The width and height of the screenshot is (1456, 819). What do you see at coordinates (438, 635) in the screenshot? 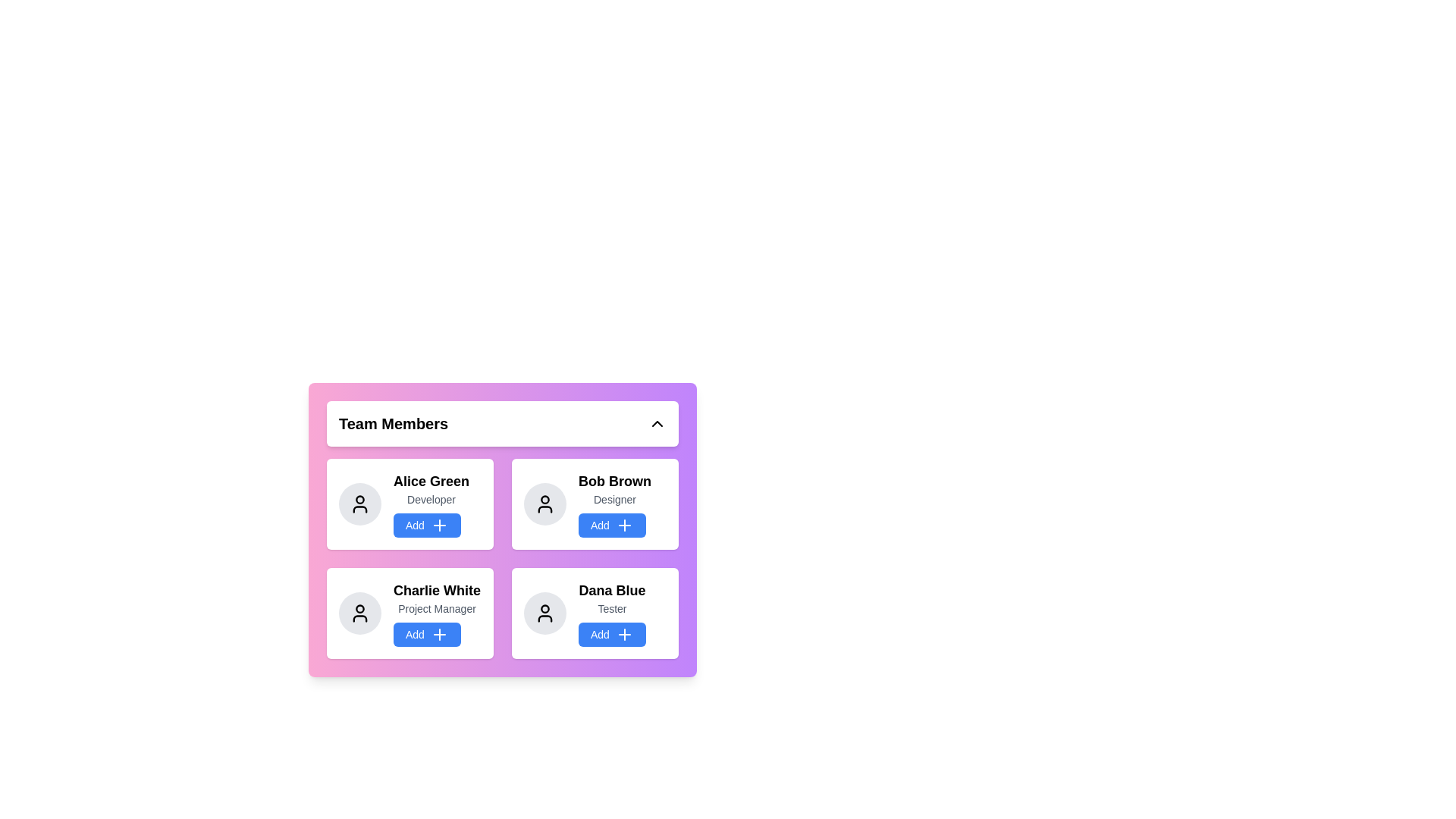
I see `the plus sign icon located at the far right of the 'Add' button on the card for 'Charlie White', the Project Manager, in the bottom-left corner of the grid` at bounding box center [438, 635].